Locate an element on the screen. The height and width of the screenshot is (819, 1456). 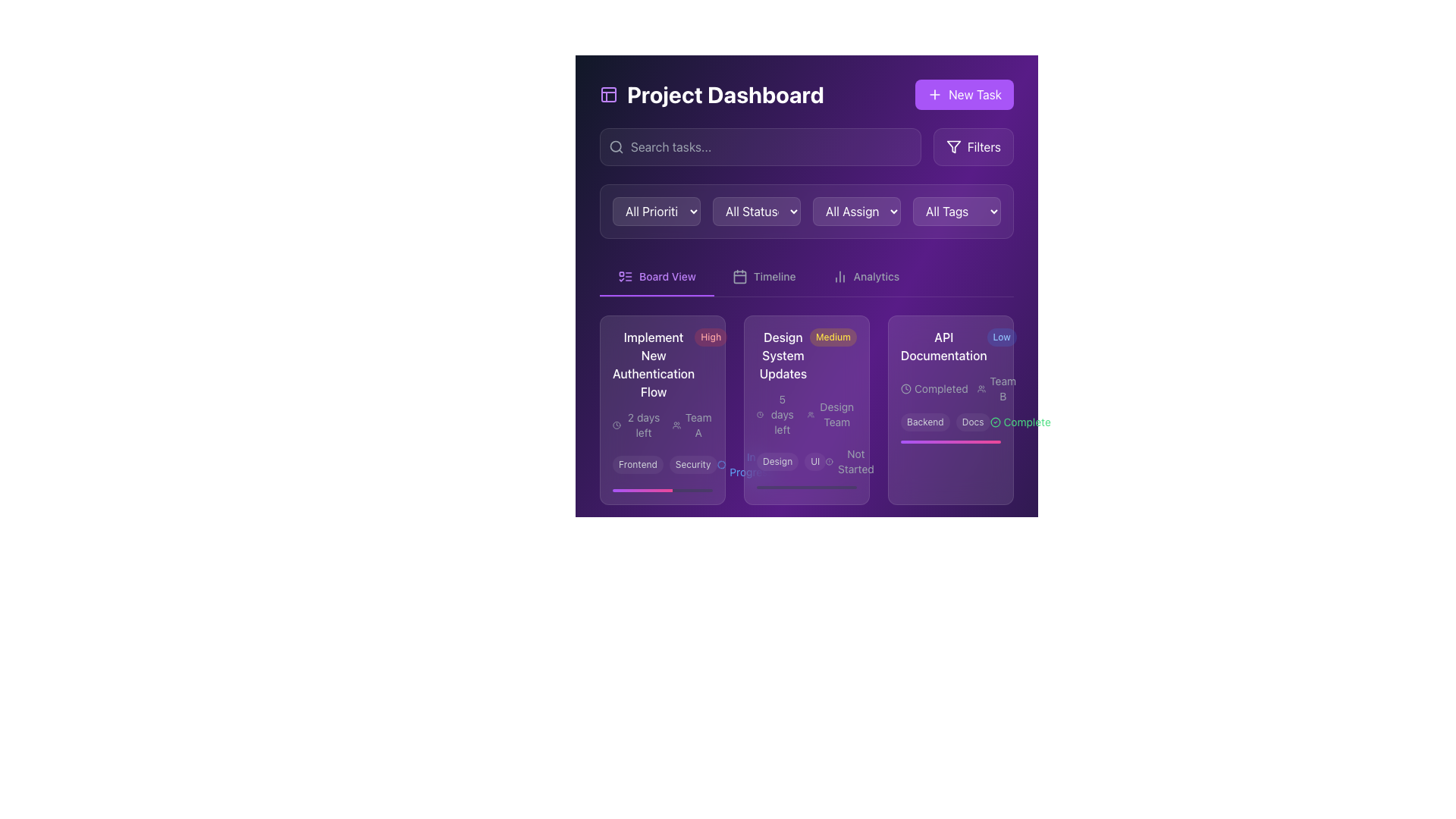
the 'Backend' badge, which is a white rounded rectangle with gray text is located at coordinates (924, 651).